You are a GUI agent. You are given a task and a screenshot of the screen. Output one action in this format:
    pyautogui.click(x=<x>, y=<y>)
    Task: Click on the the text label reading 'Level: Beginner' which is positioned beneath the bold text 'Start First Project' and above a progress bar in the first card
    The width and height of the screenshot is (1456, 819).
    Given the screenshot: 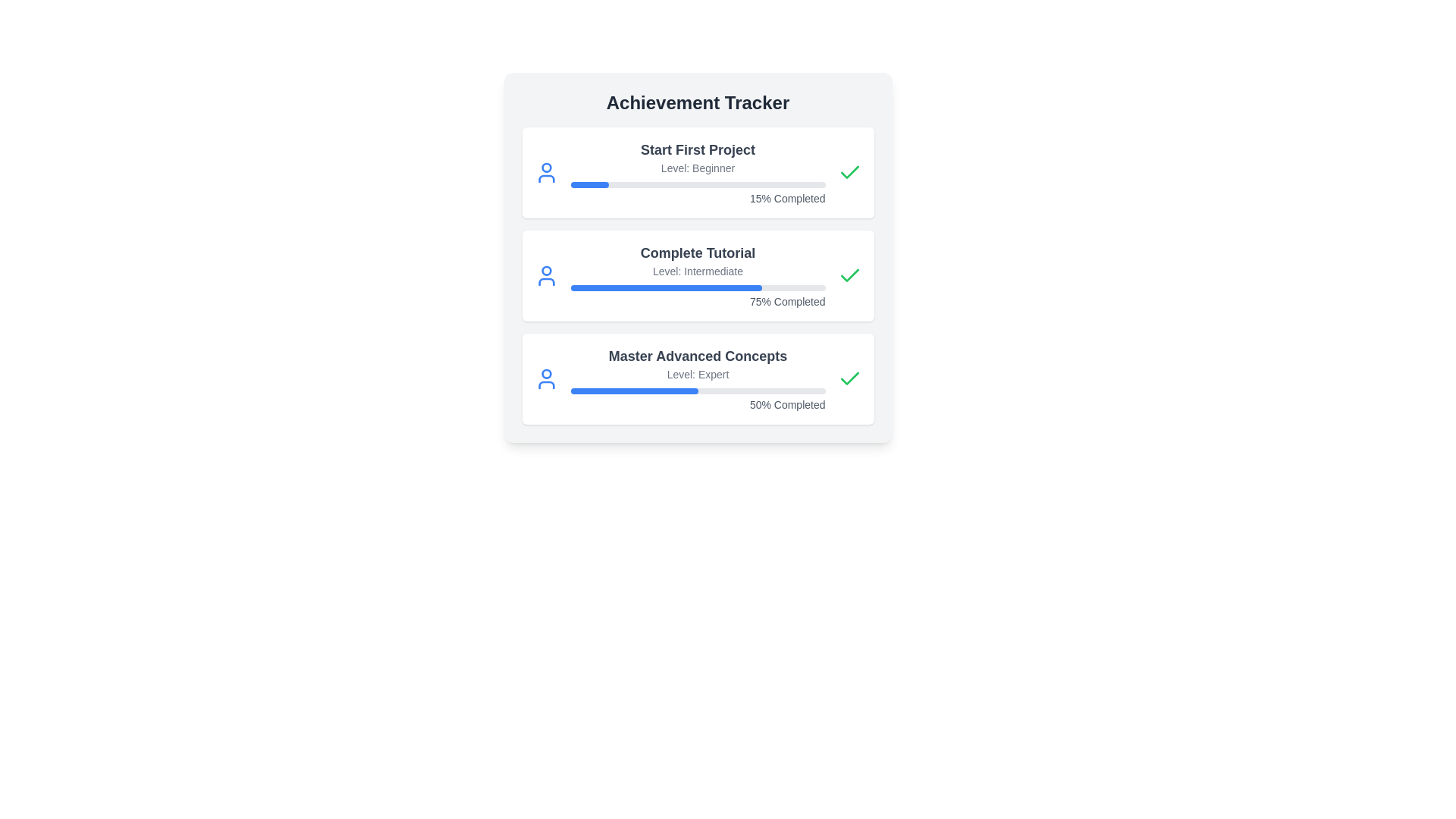 What is the action you would take?
    pyautogui.click(x=697, y=168)
    